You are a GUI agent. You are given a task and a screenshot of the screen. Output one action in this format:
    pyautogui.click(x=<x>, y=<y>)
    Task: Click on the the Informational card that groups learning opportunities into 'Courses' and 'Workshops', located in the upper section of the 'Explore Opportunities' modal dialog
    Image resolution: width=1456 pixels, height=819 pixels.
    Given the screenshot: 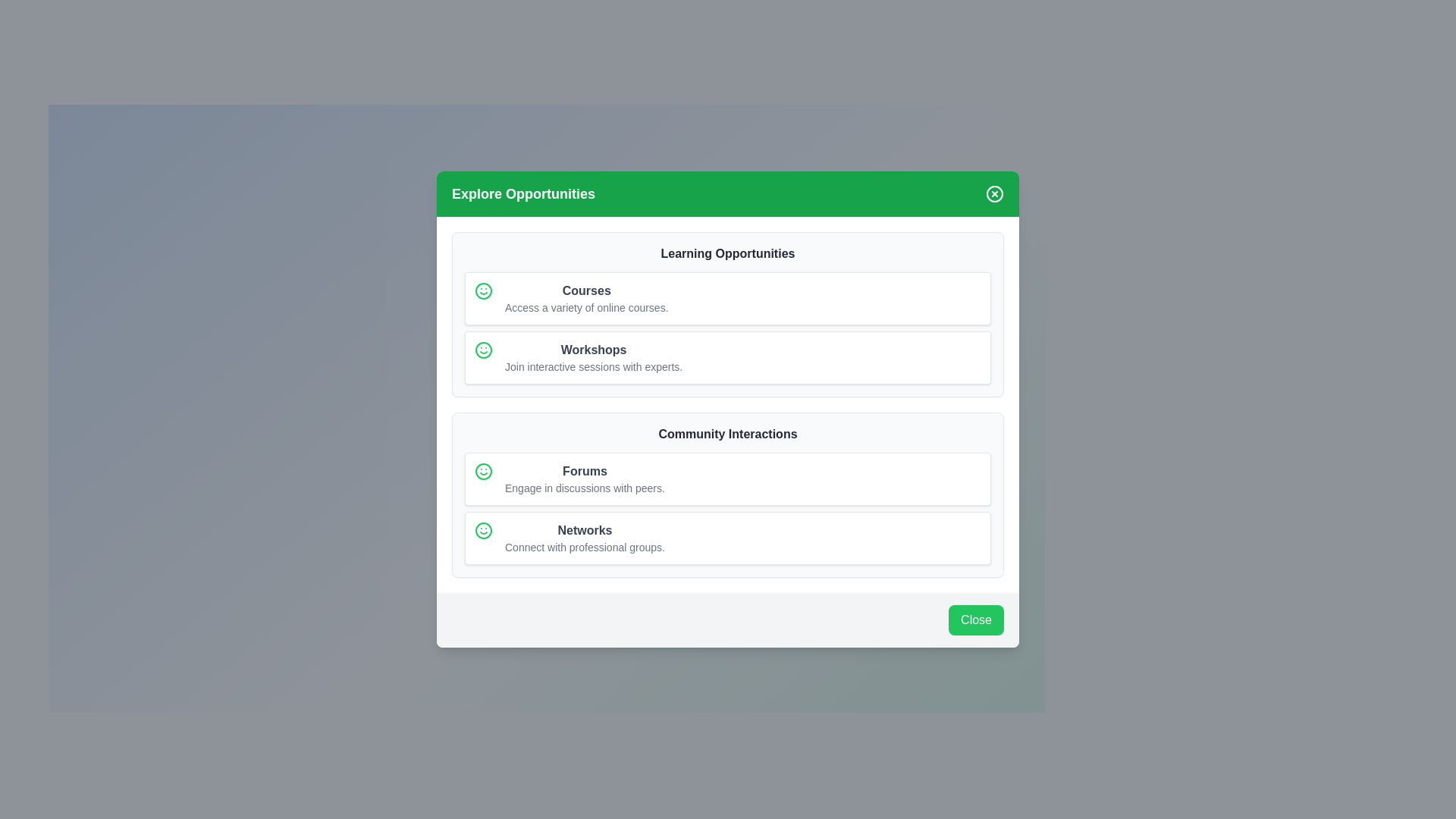 What is the action you would take?
    pyautogui.click(x=728, y=314)
    